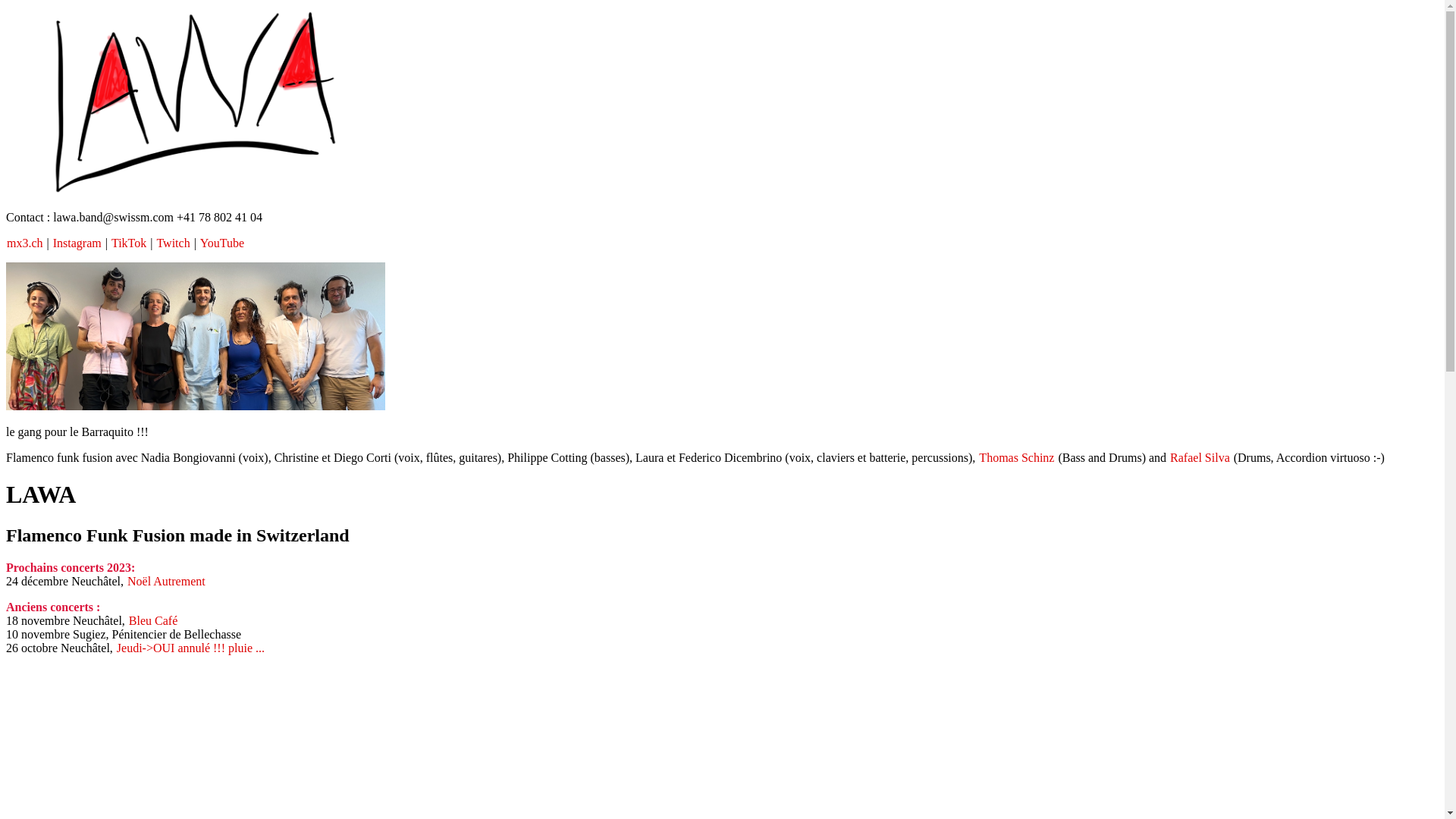 The width and height of the screenshot is (1456, 819). What do you see at coordinates (1199, 456) in the screenshot?
I see `'Rafael Silva'` at bounding box center [1199, 456].